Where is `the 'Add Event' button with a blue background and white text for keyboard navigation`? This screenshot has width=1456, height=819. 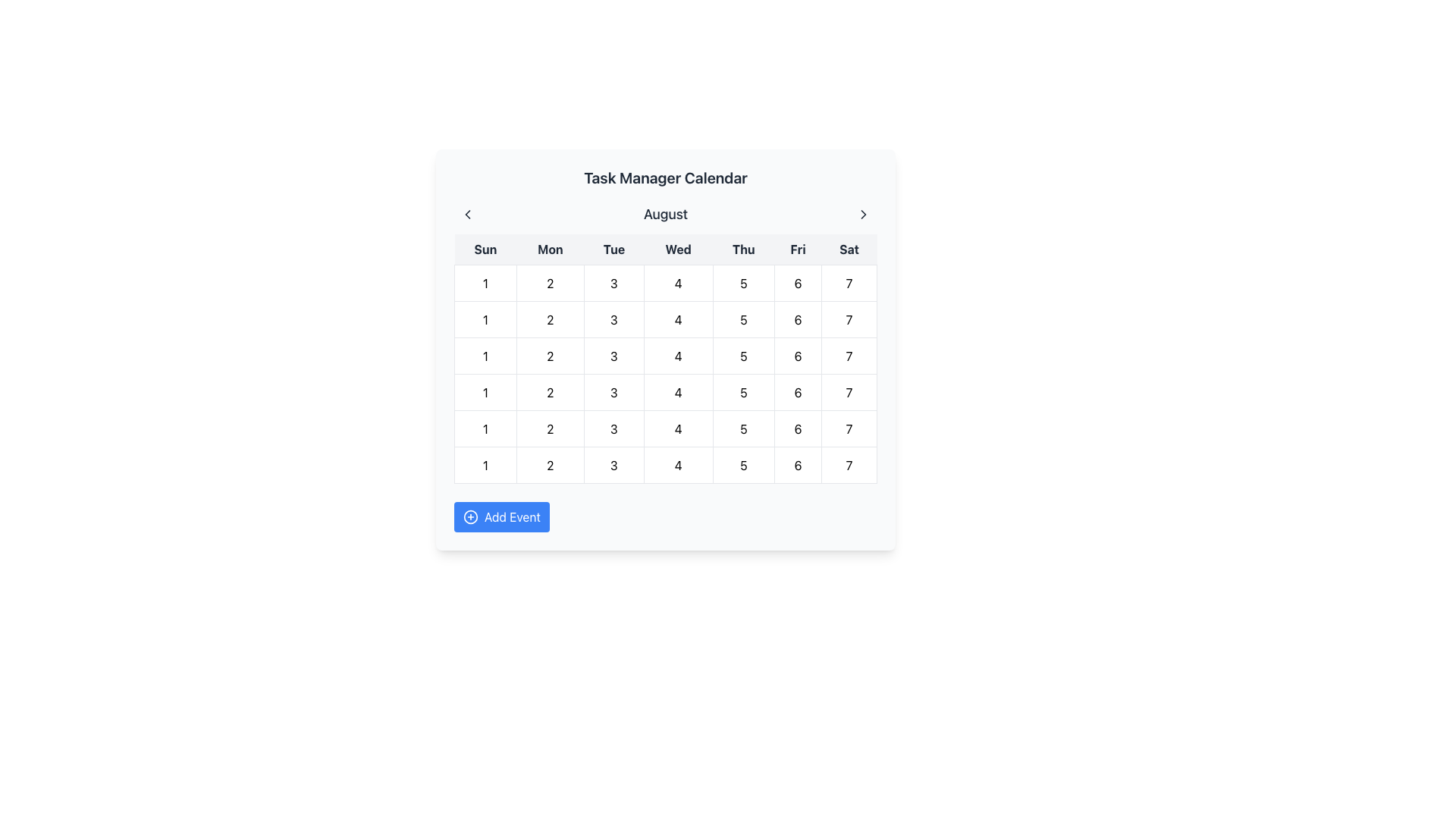 the 'Add Event' button with a blue background and white text for keyboard navigation is located at coordinates (502, 516).